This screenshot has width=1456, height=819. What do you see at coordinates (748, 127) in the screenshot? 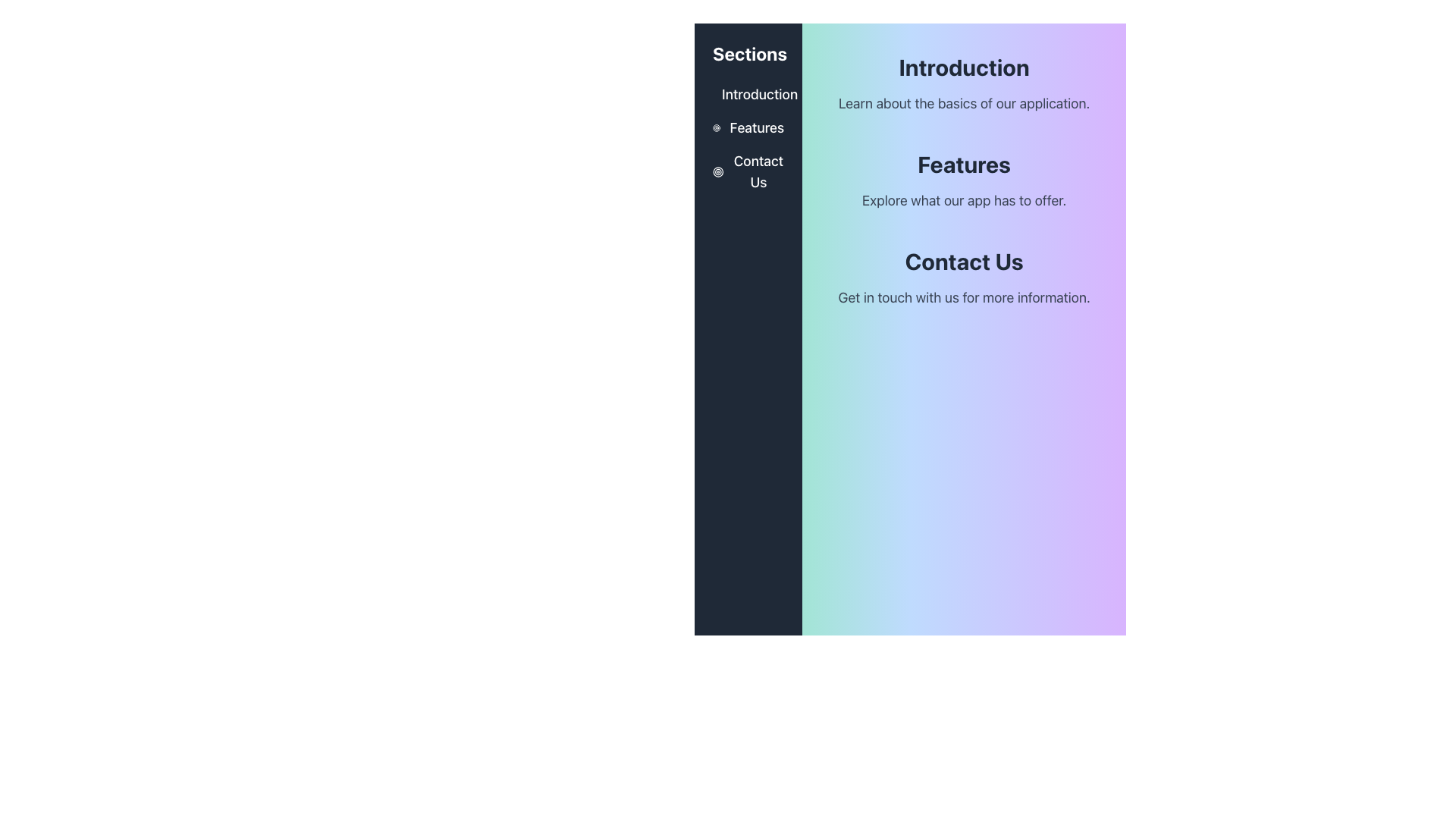
I see `the second entry in the sidebar navigation menu` at bounding box center [748, 127].